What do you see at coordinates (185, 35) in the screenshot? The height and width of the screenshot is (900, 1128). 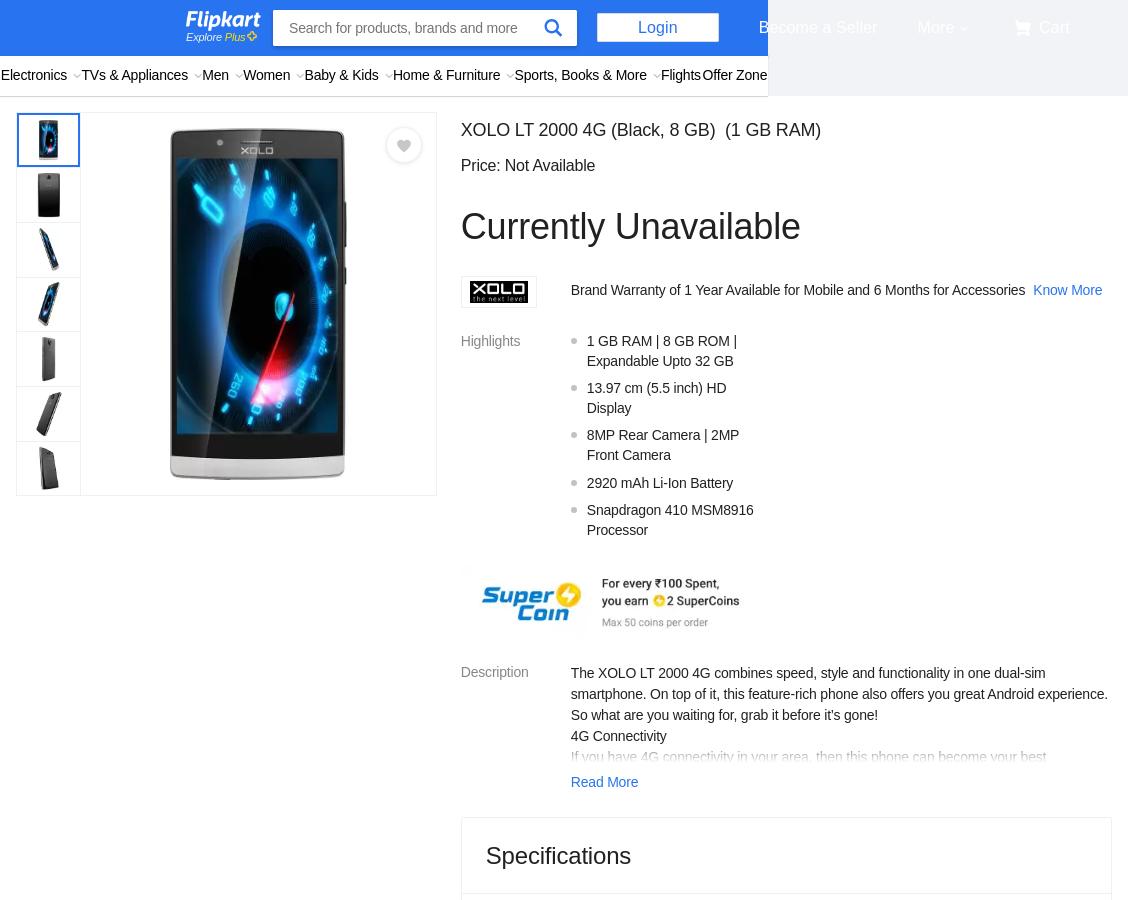 I see `'Explore'` at bounding box center [185, 35].